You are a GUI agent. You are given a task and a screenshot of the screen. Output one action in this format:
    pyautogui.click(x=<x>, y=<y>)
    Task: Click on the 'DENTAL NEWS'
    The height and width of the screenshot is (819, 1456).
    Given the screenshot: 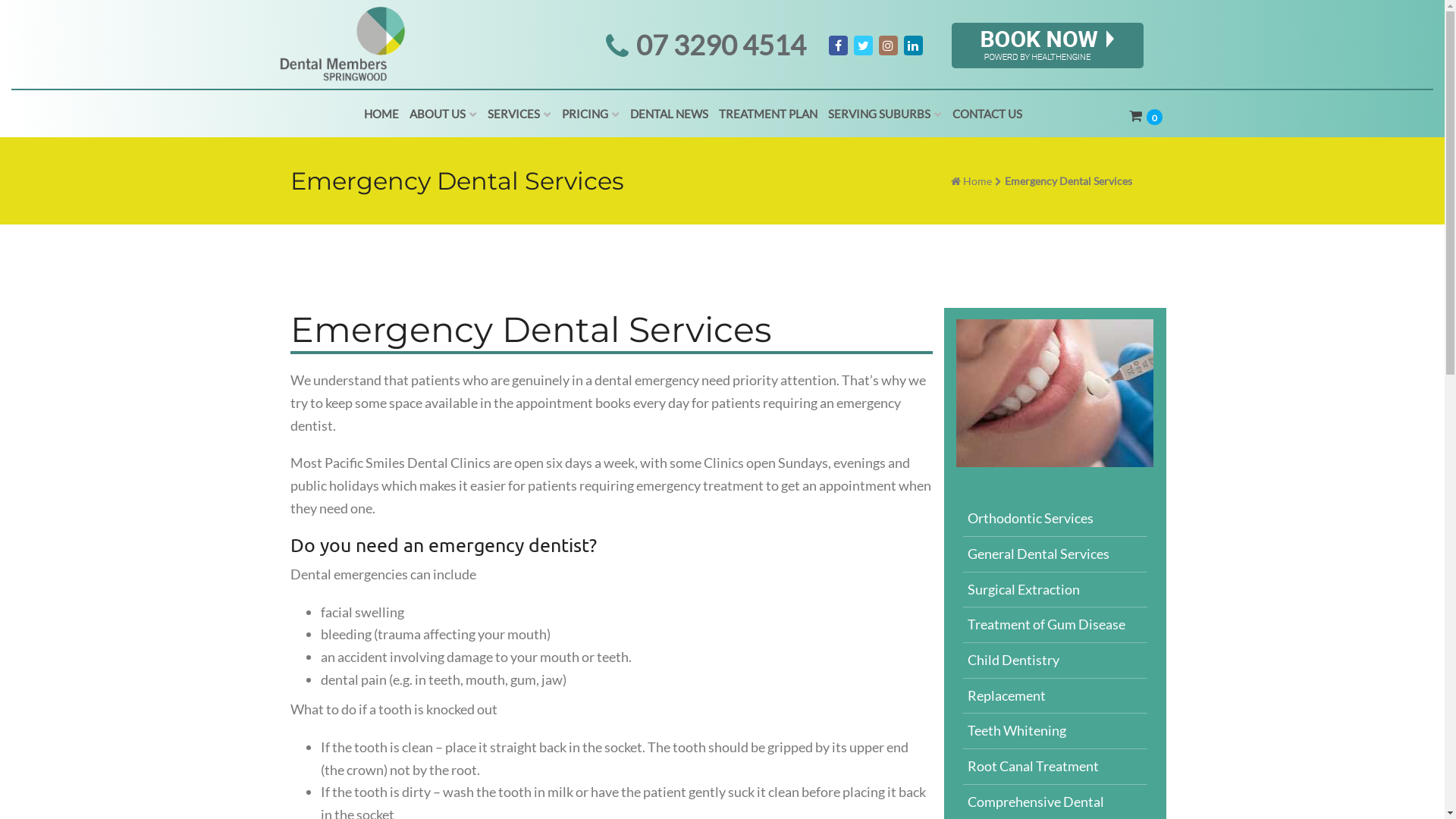 What is the action you would take?
    pyautogui.click(x=668, y=113)
    